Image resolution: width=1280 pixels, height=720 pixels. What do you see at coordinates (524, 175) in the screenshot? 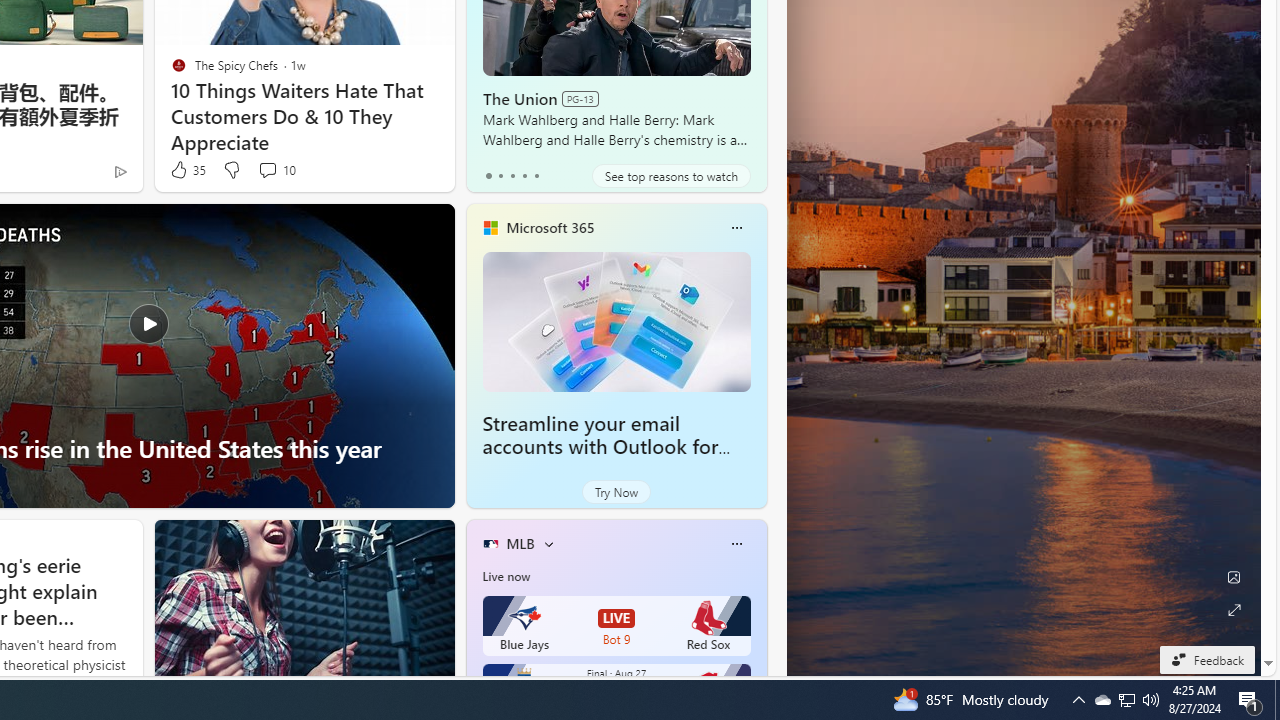
I see `'tab-3'` at bounding box center [524, 175].